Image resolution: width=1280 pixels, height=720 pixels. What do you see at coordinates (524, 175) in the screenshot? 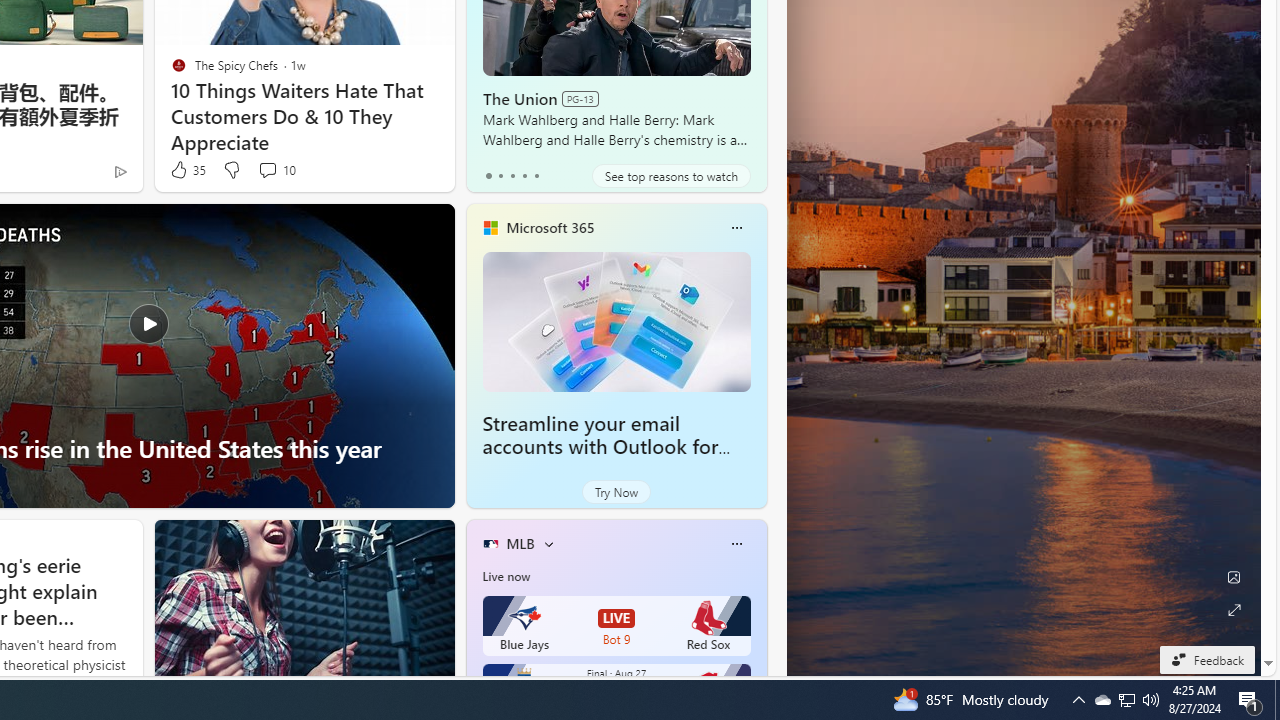
I see `'tab-3'` at bounding box center [524, 175].